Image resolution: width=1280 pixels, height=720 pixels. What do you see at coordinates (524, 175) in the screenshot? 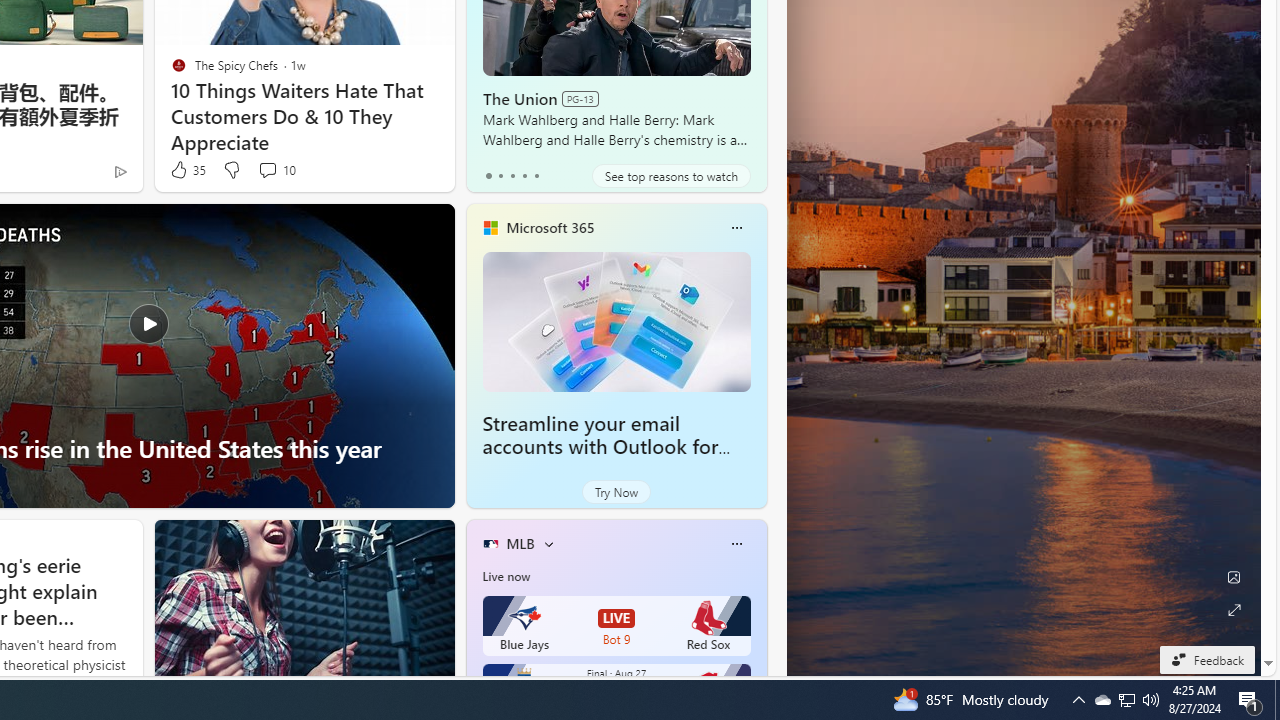
I see `'tab-3'` at bounding box center [524, 175].